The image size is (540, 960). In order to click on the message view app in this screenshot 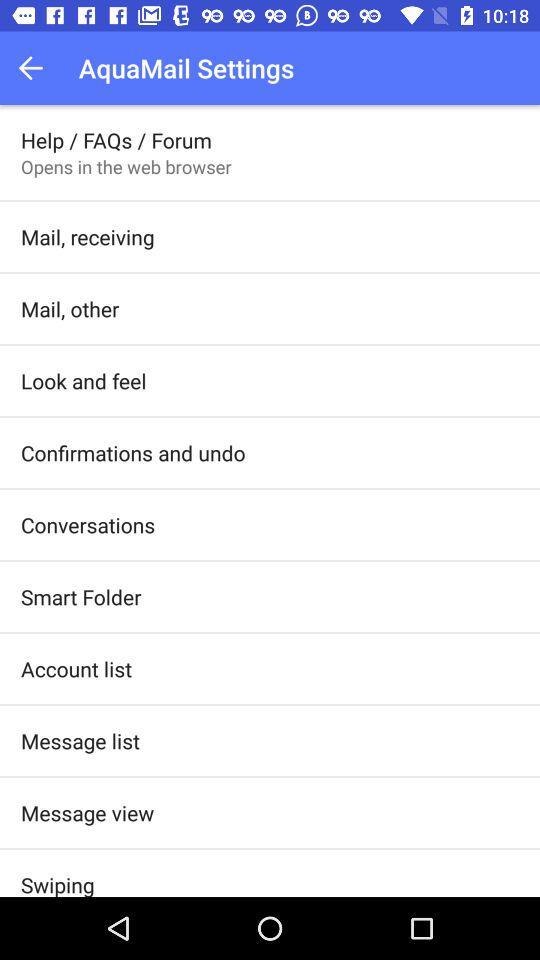, I will do `click(86, 813)`.